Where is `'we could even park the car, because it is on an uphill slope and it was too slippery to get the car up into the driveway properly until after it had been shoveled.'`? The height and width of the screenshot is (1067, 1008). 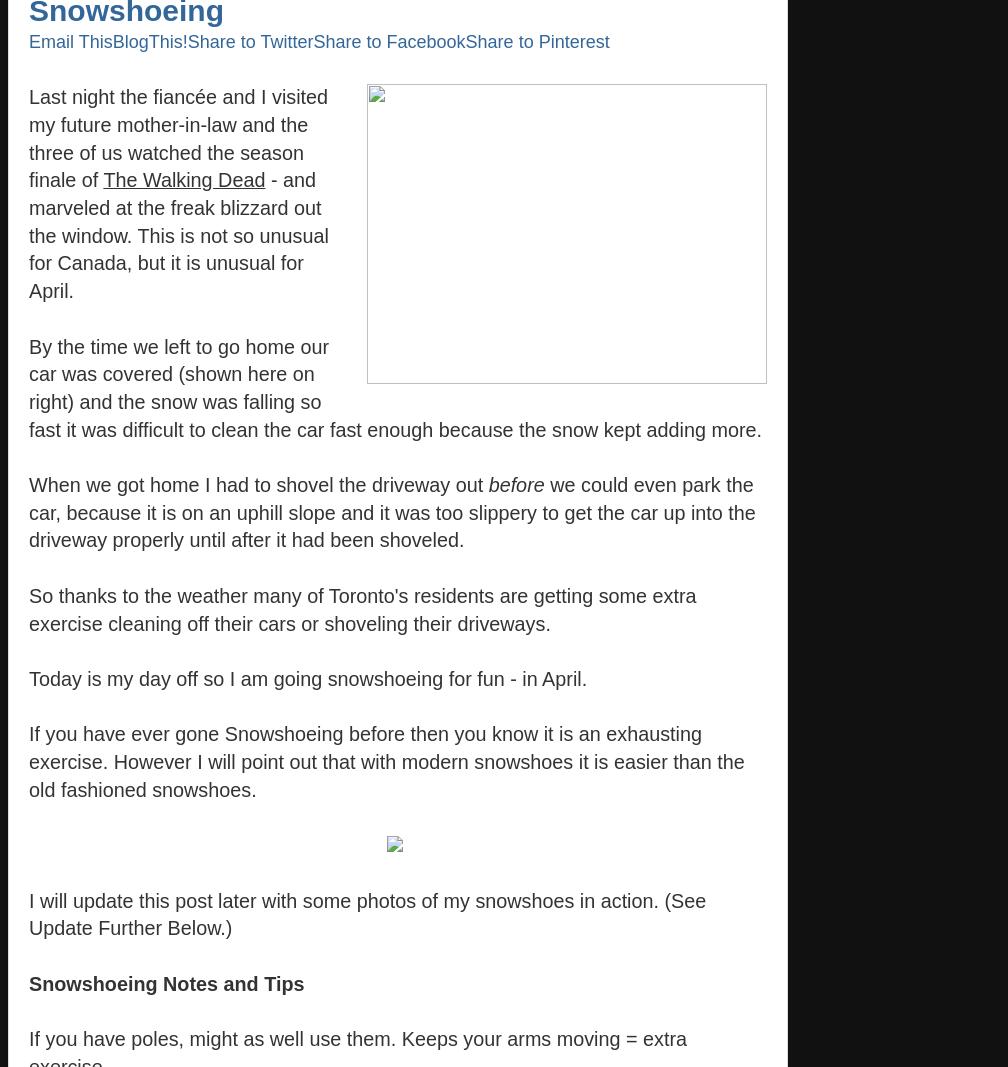
'we could even park the car, because it is on an uphill slope and it was too slippery to get the car up into the driveway properly until after it had been shoveled.' is located at coordinates (392, 511).